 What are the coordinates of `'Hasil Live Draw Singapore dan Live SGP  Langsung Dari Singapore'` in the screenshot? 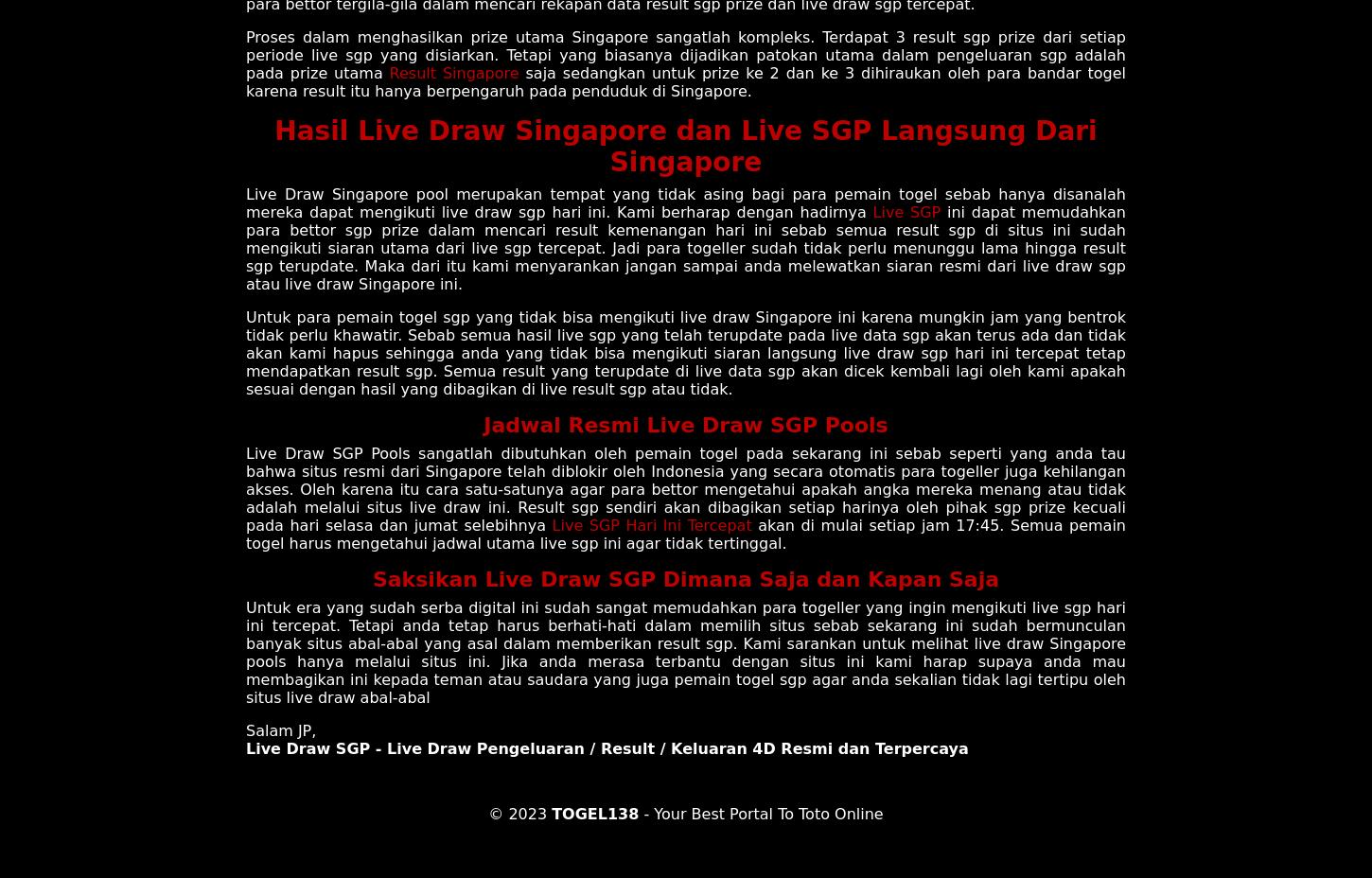 It's located at (684, 145).